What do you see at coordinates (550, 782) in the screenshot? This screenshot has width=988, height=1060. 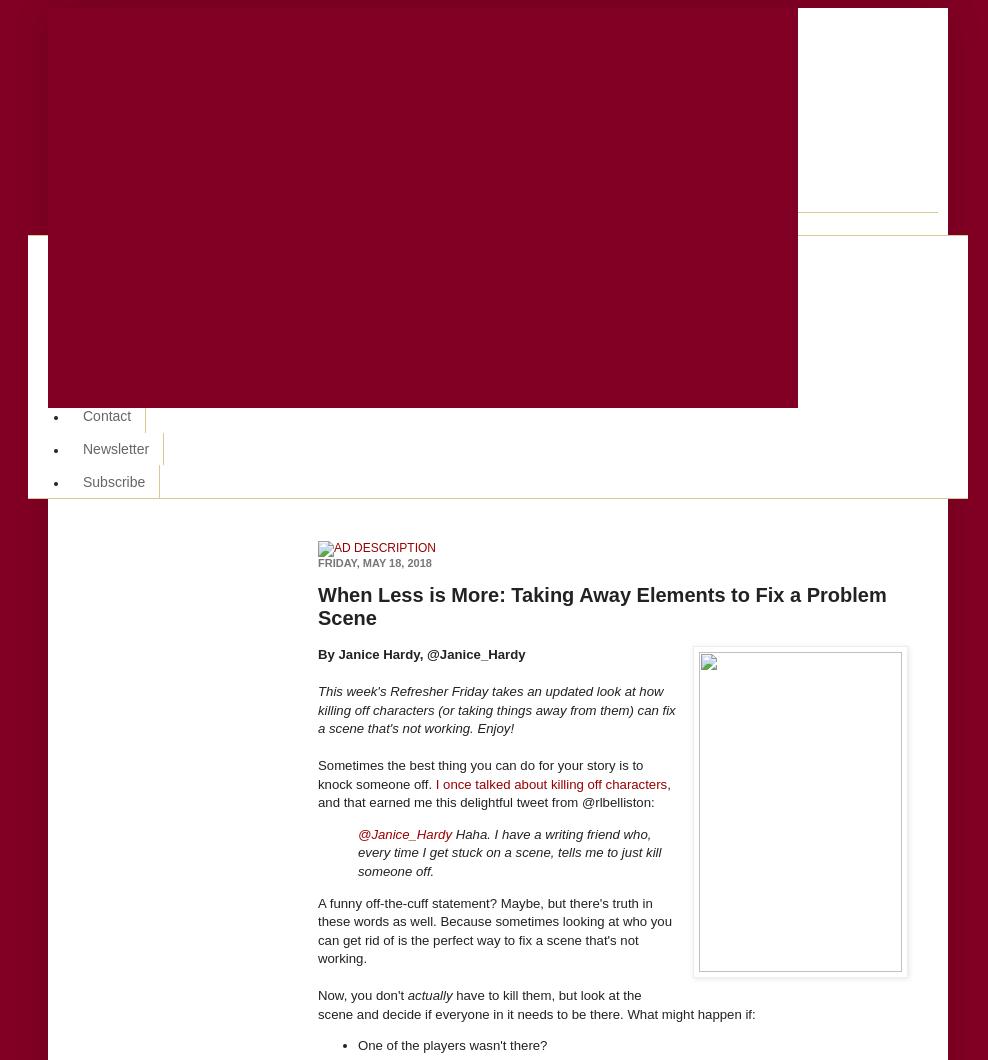 I see `'I once talked about killing off characters'` at bounding box center [550, 782].